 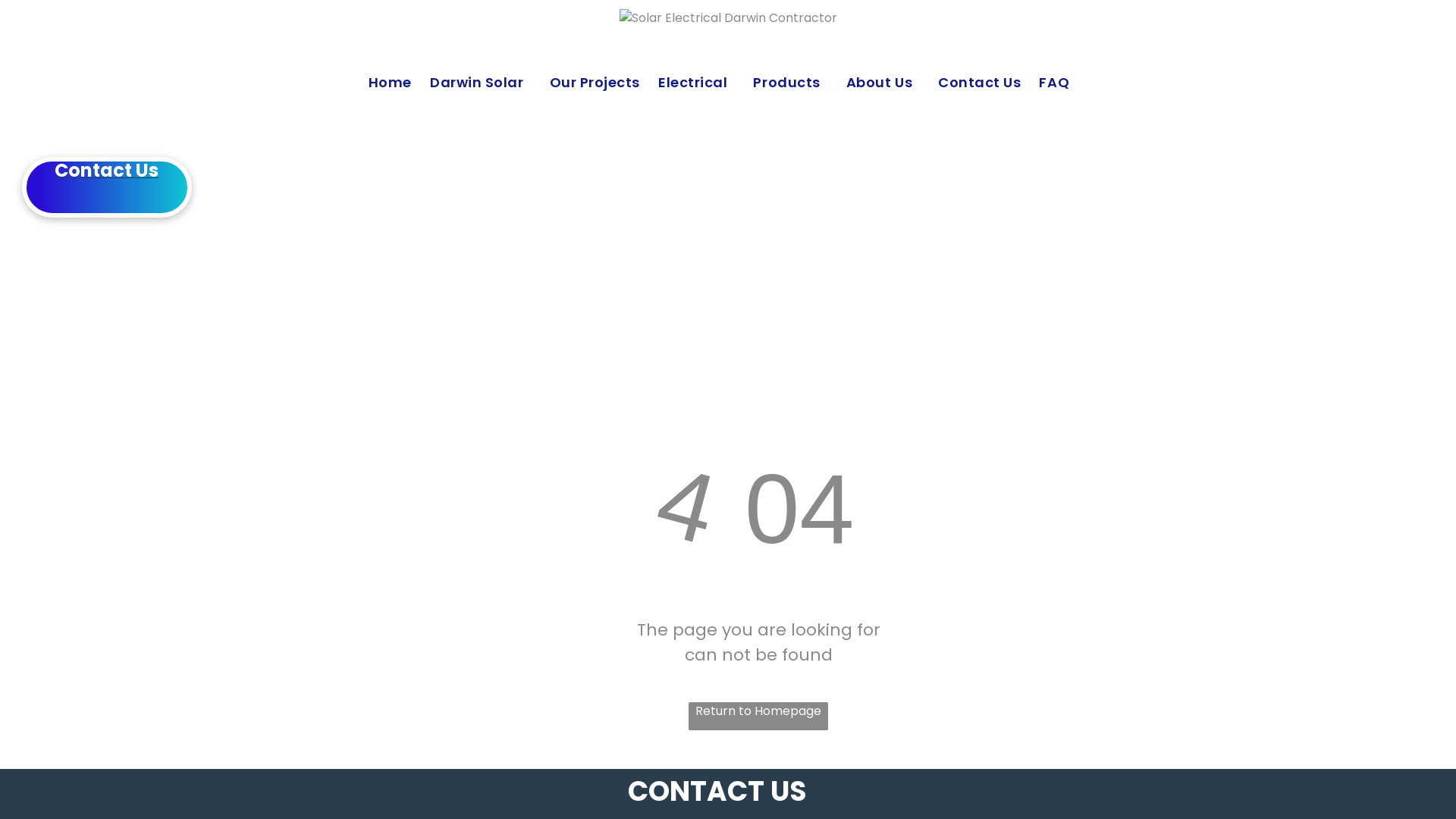 What do you see at coordinates (548, 82) in the screenshot?
I see `'Our Projects'` at bounding box center [548, 82].